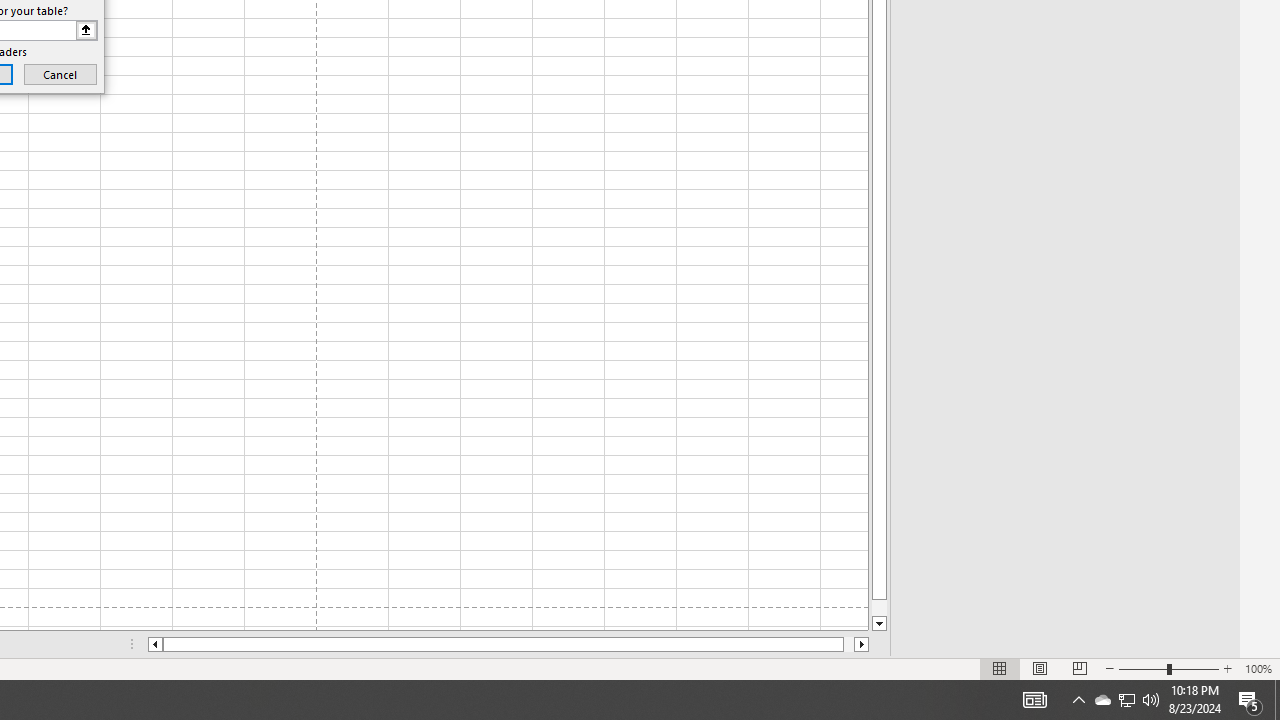 The width and height of the screenshot is (1280, 720). Describe the element at coordinates (1226, 669) in the screenshot. I see `'Zoom In'` at that location.